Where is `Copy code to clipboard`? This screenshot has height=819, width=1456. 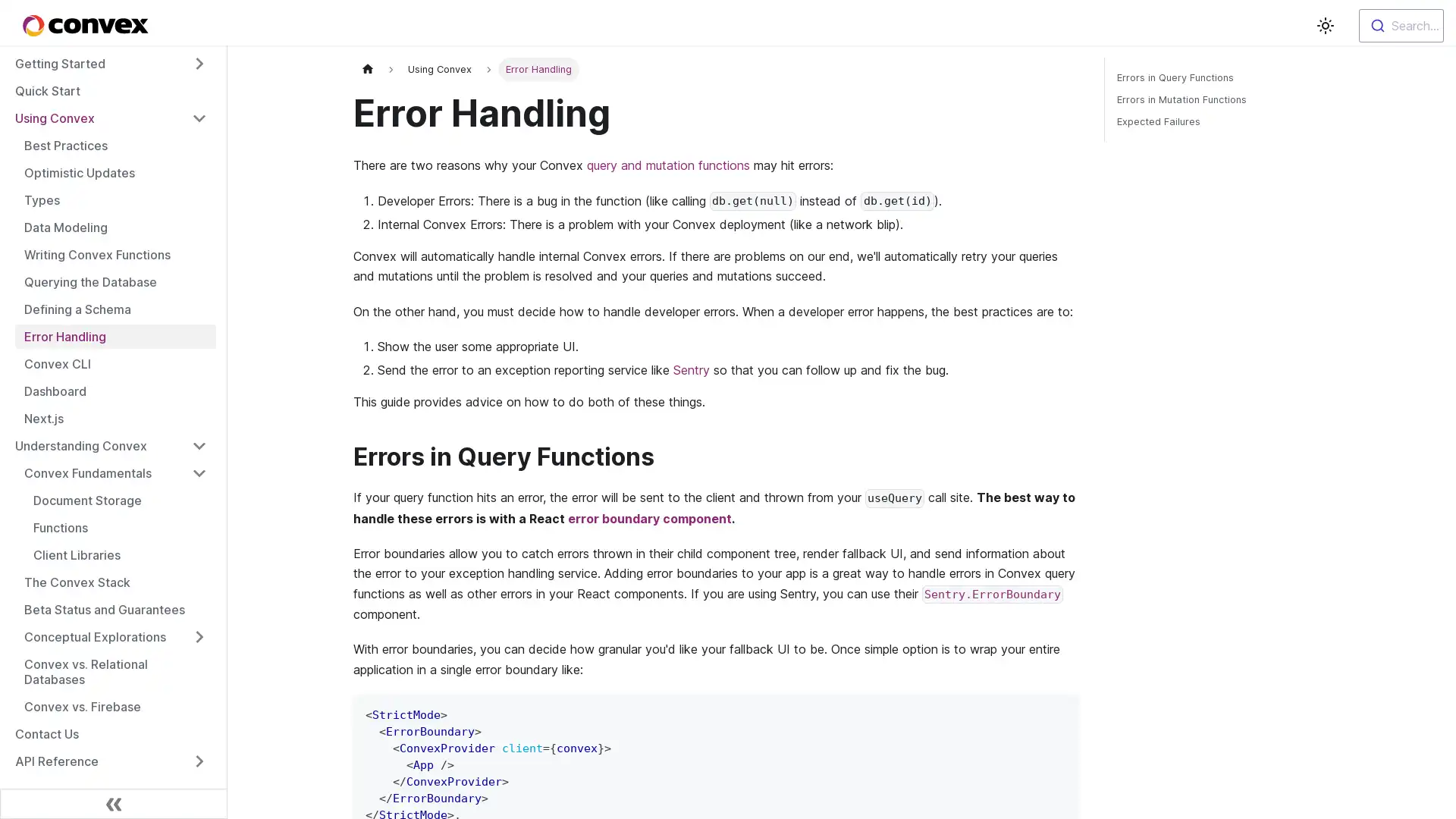
Copy code to clipboard is located at coordinates (1060, 713).